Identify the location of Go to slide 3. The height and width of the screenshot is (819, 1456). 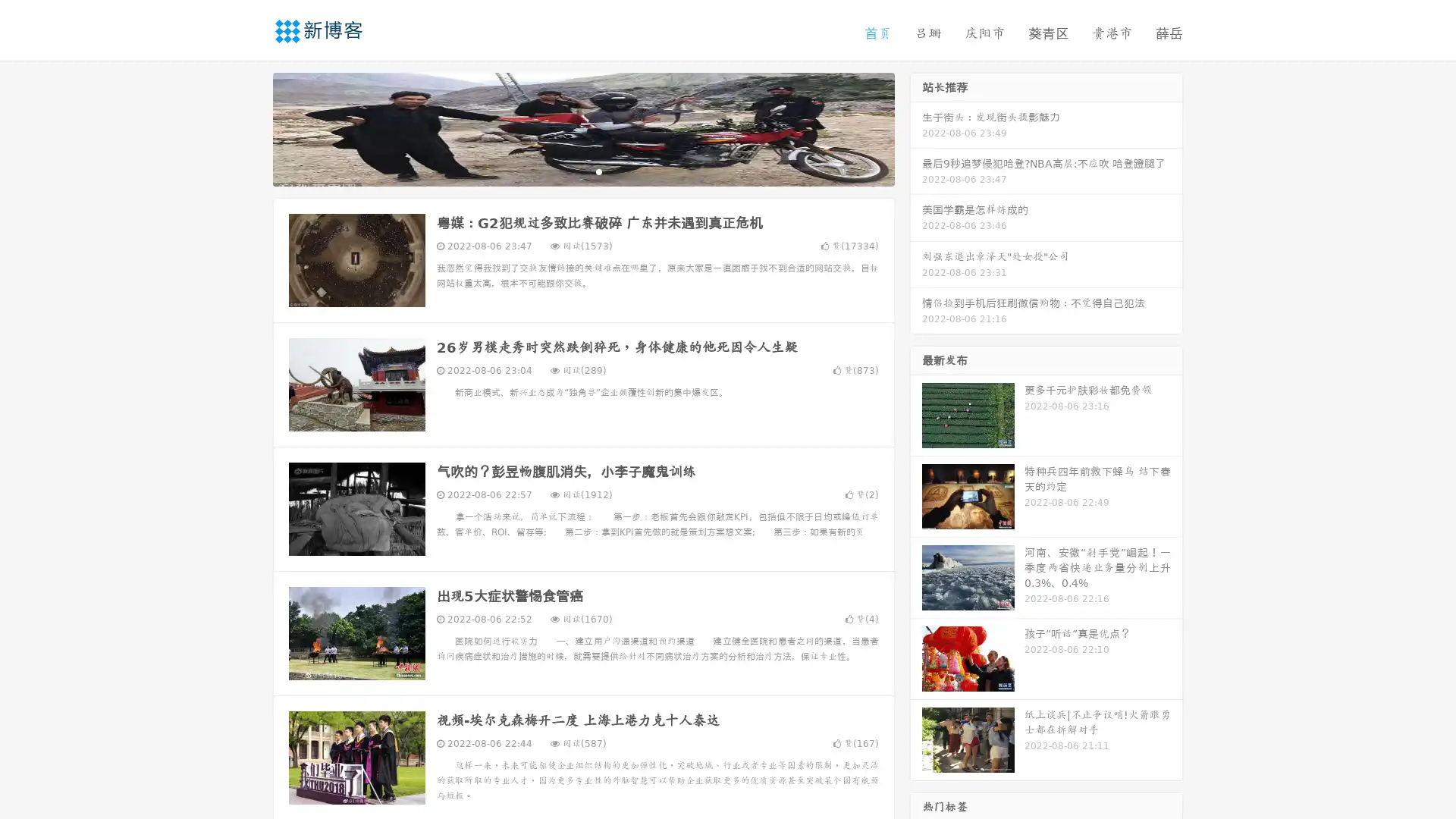
(598, 171).